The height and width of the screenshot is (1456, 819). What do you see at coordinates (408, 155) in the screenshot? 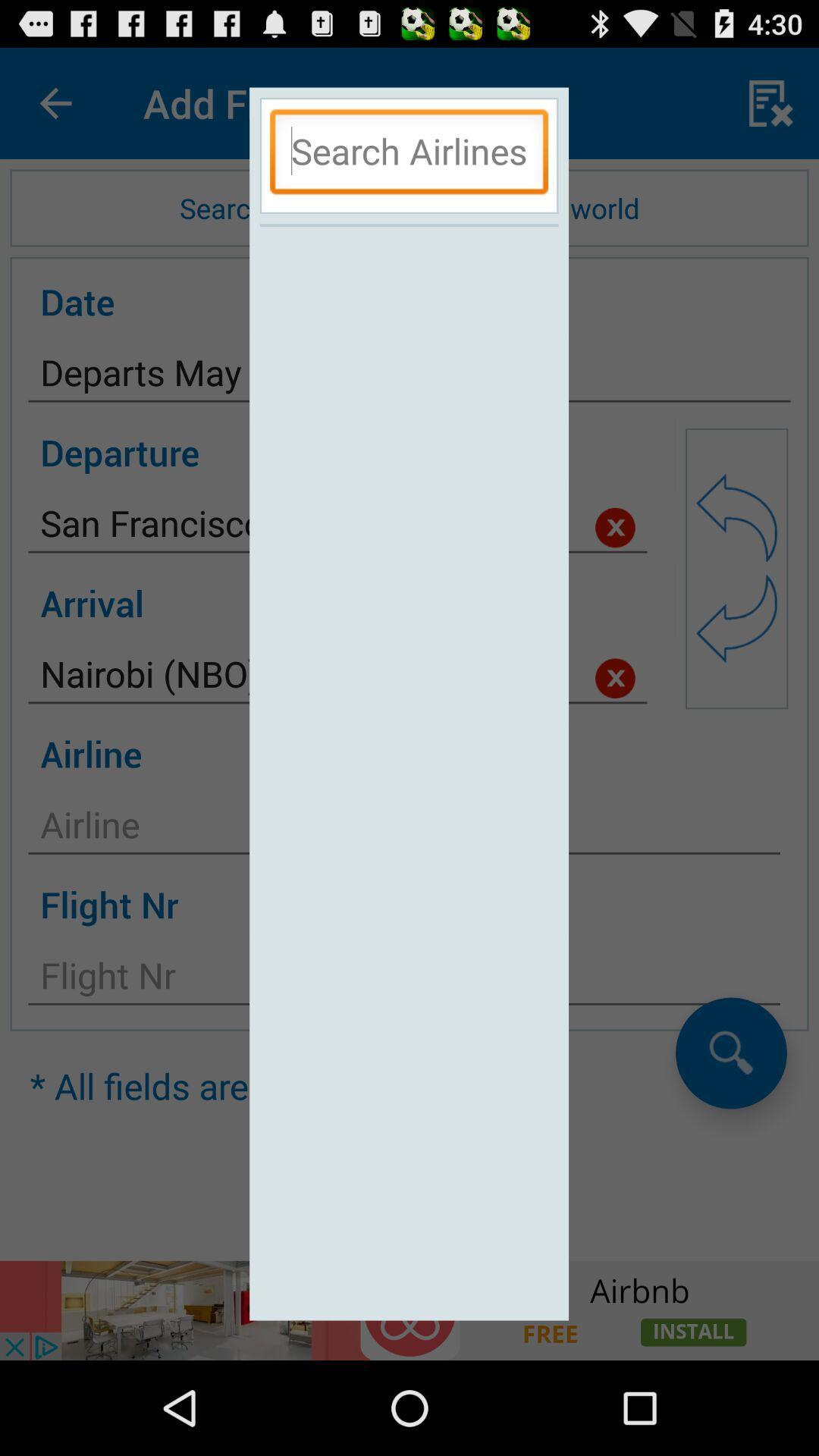
I see `search` at bounding box center [408, 155].